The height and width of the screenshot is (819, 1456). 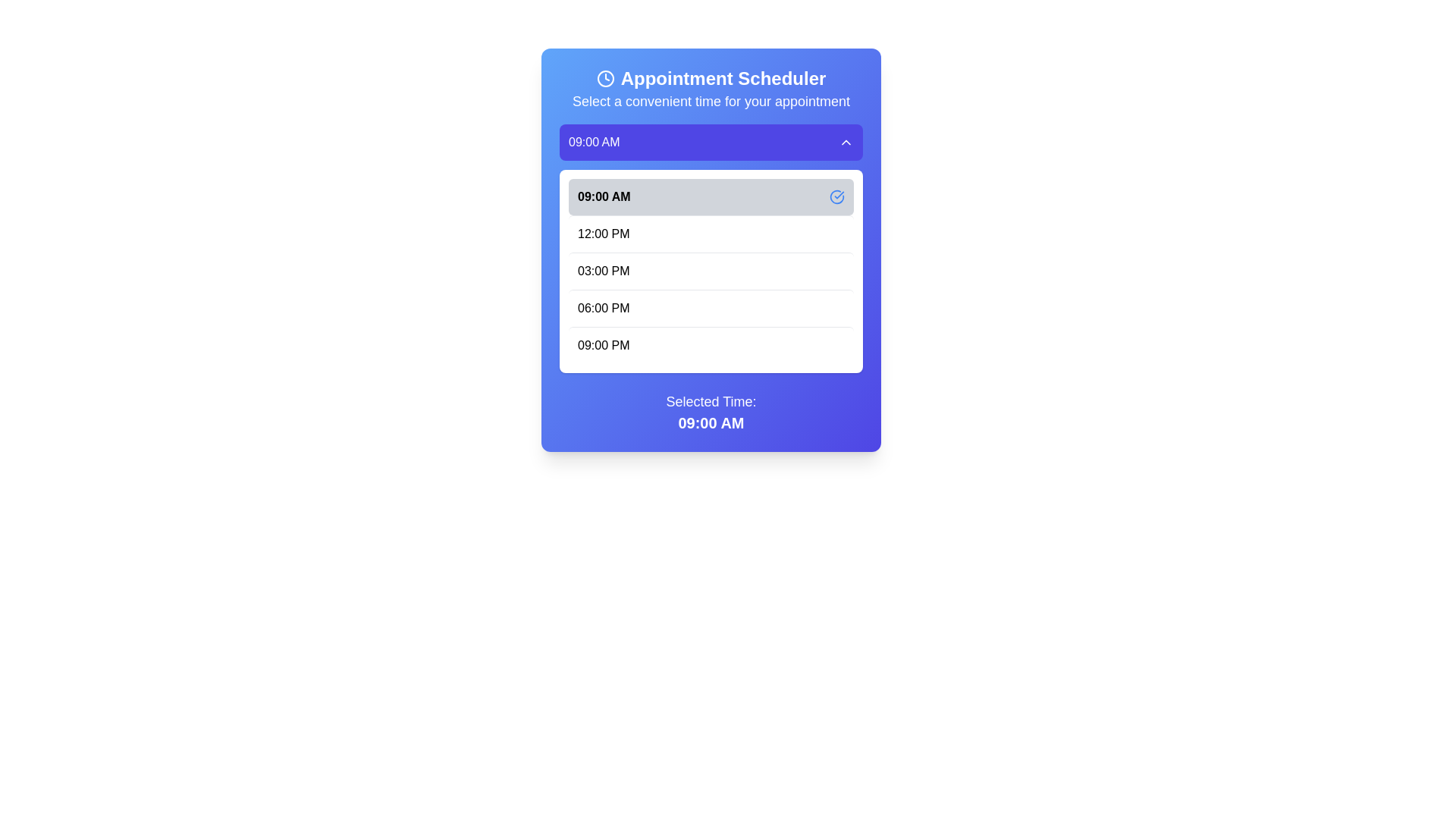 I want to click on the small upward-pointing chevron icon, so click(x=846, y=143).